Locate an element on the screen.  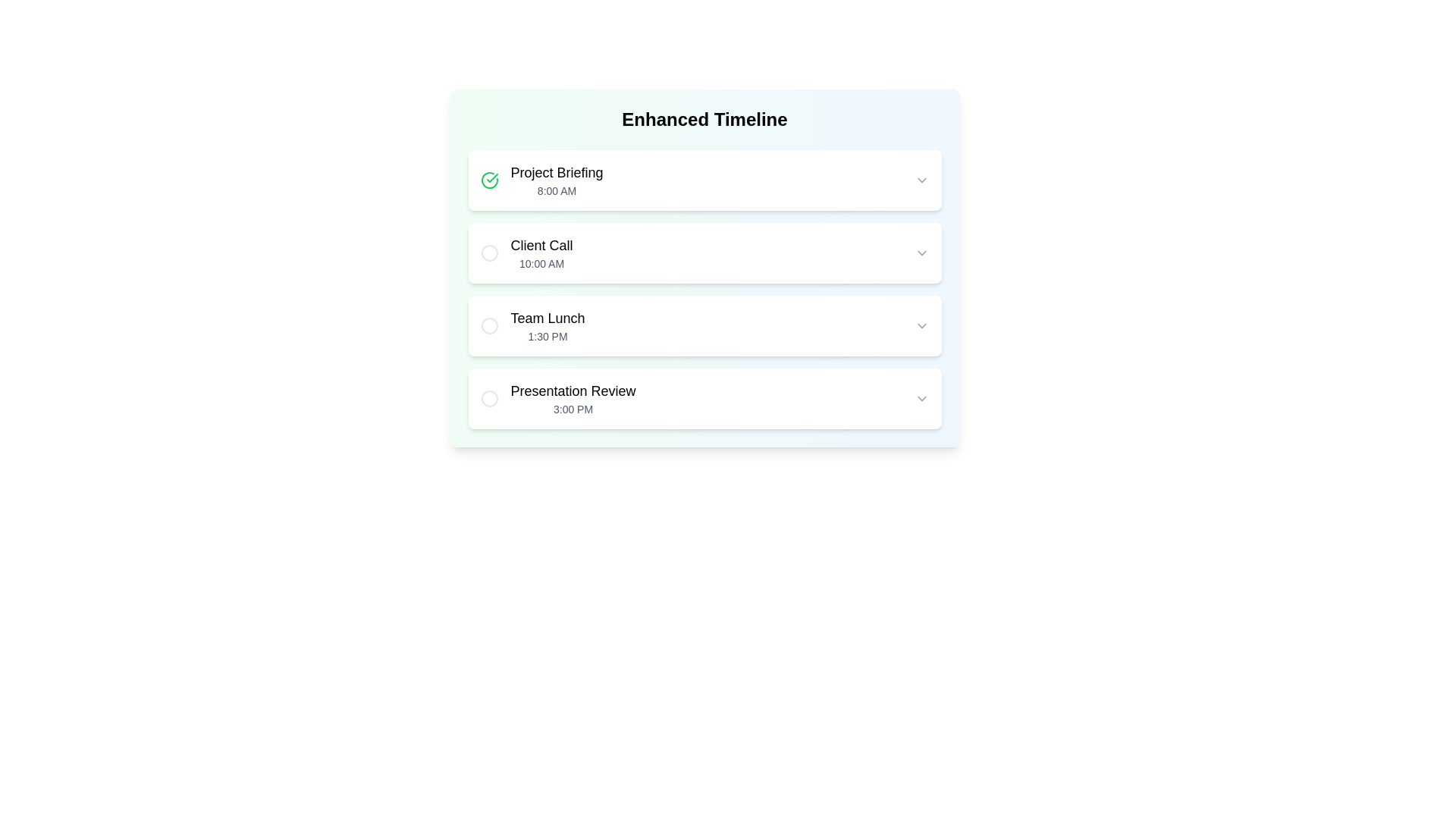
the downward-facing chevron icon located at the far-right edge of the 'Team Lunch 1:30 PM' list item in the 'Enhanced Timeline' interface is located at coordinates (921, 325).